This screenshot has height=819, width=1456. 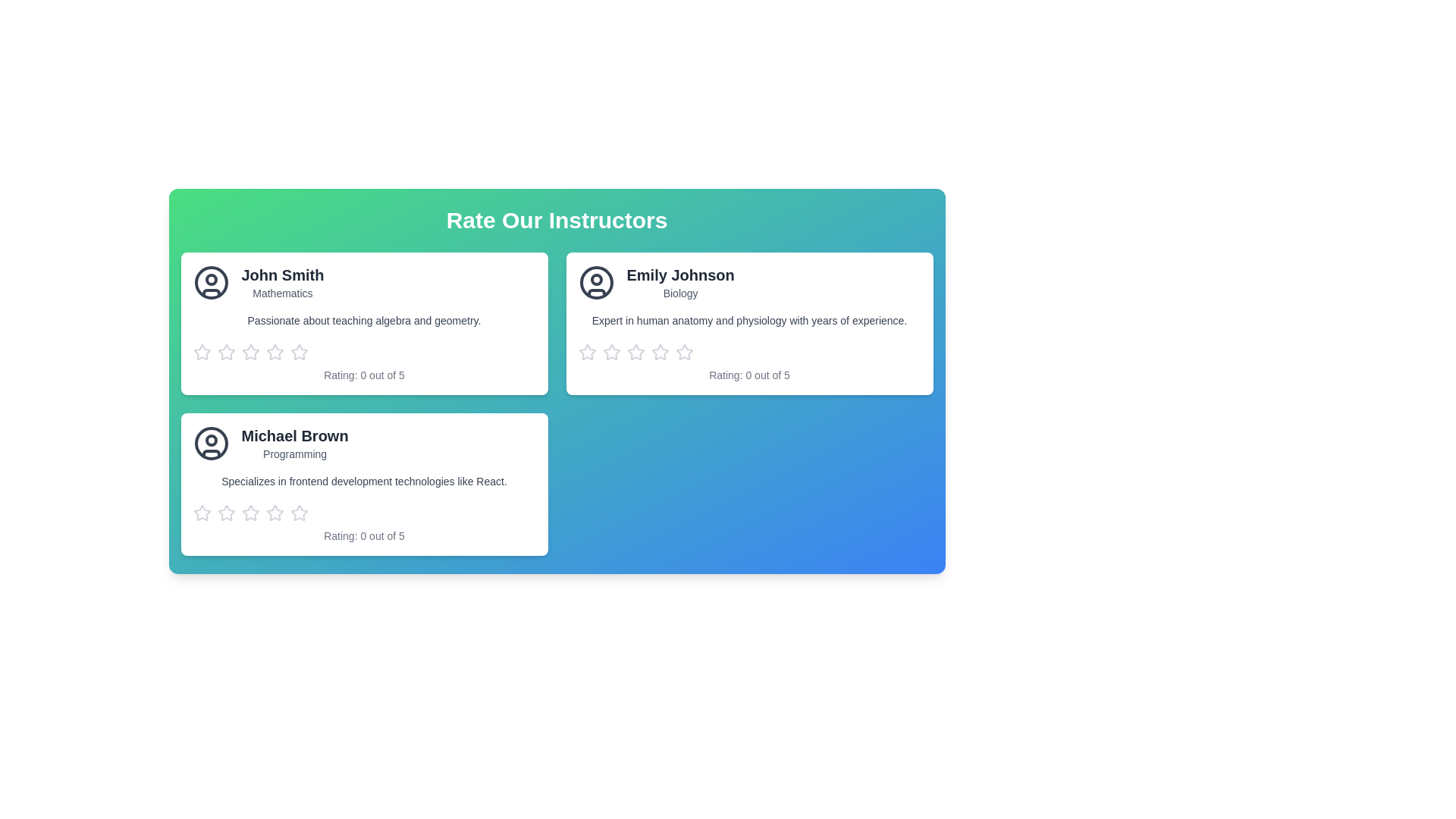 I want to click on the inactive light gray five-pointed star icon button, which is the fifth star in a horizontal series of five stars below the 'John Smith' card, so click(x=299, y=353).